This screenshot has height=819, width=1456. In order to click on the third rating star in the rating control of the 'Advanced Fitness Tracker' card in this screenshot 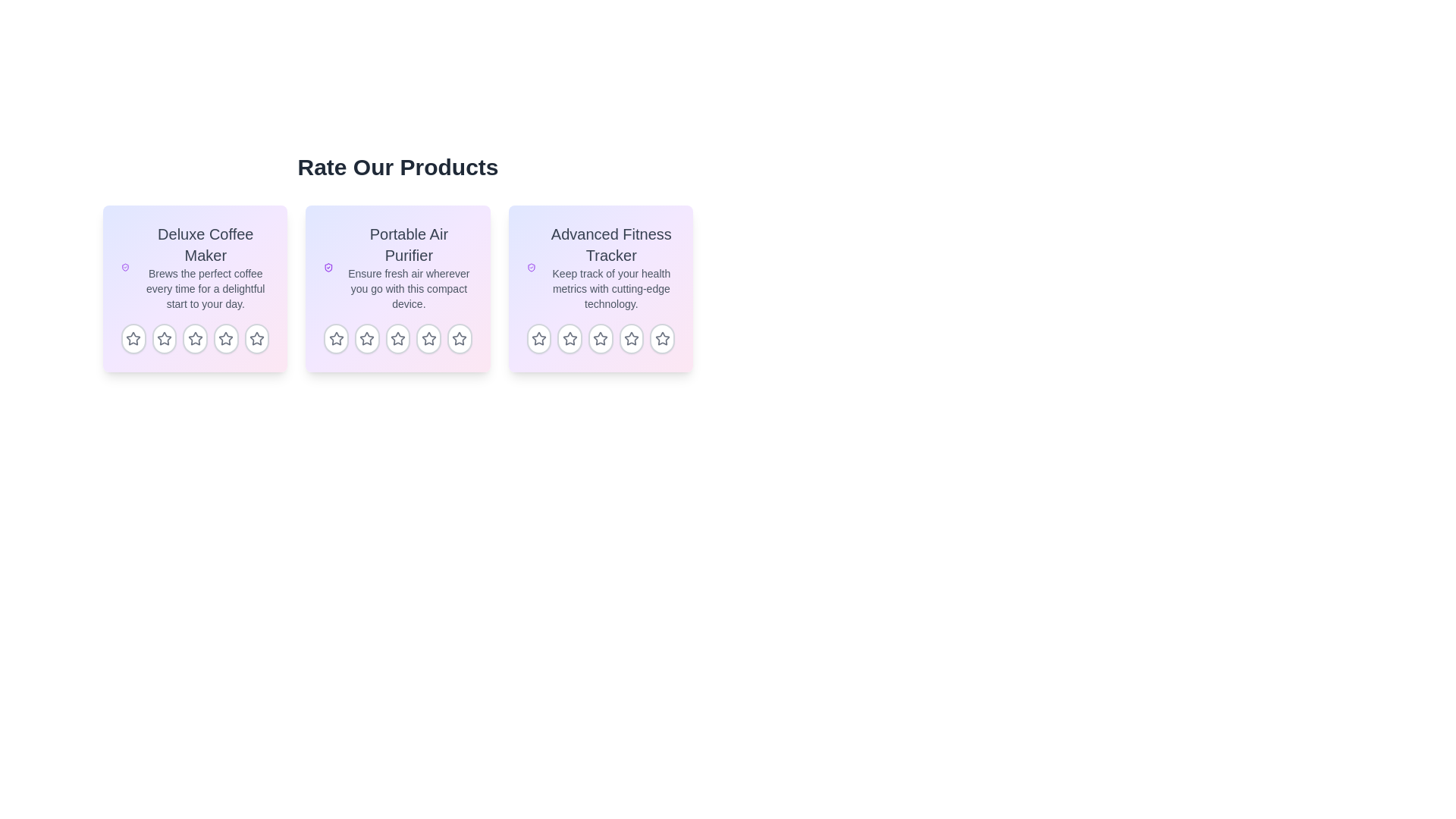, I will do `click(600, 338)`.